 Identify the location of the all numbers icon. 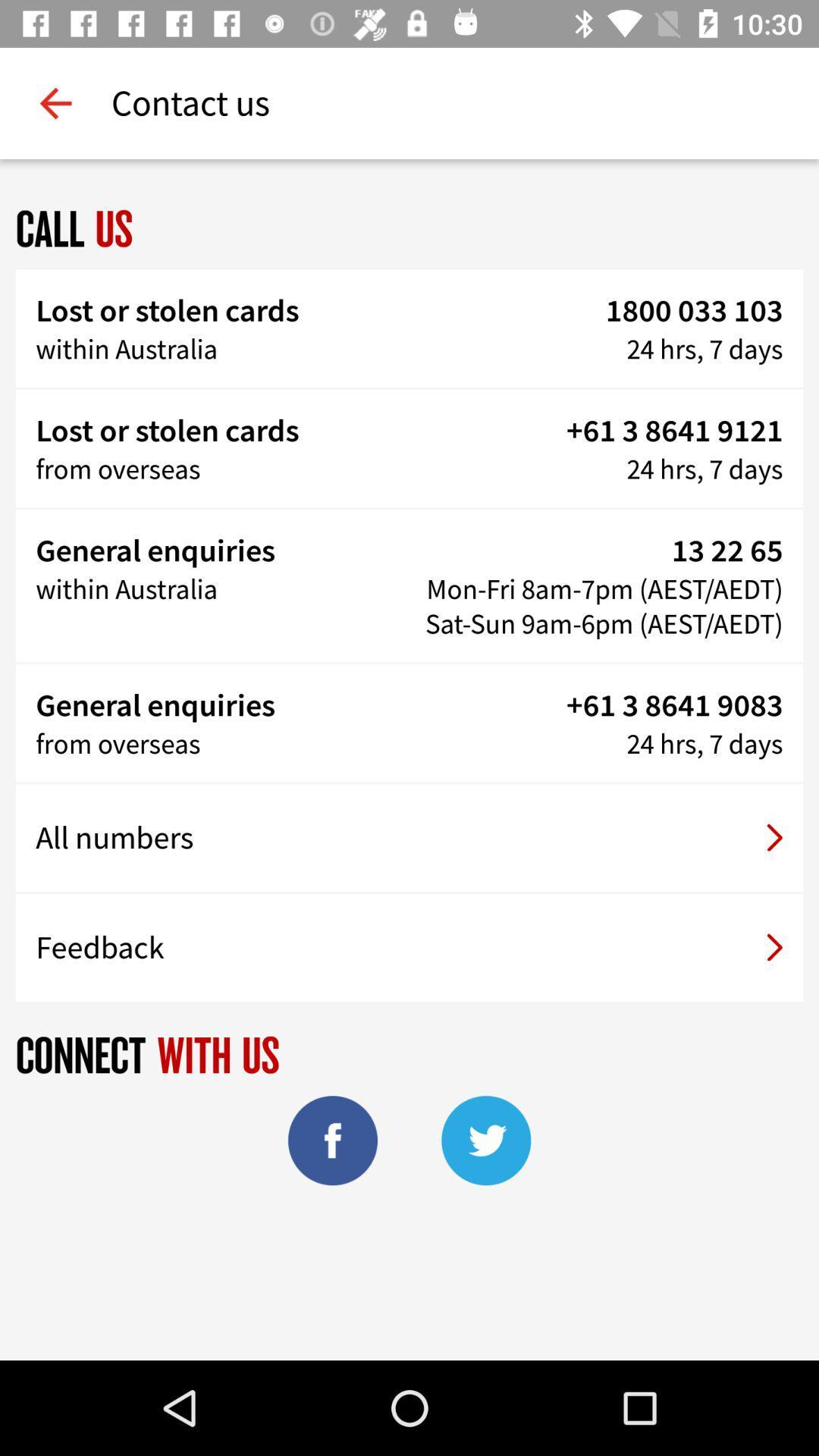
(409, 837).